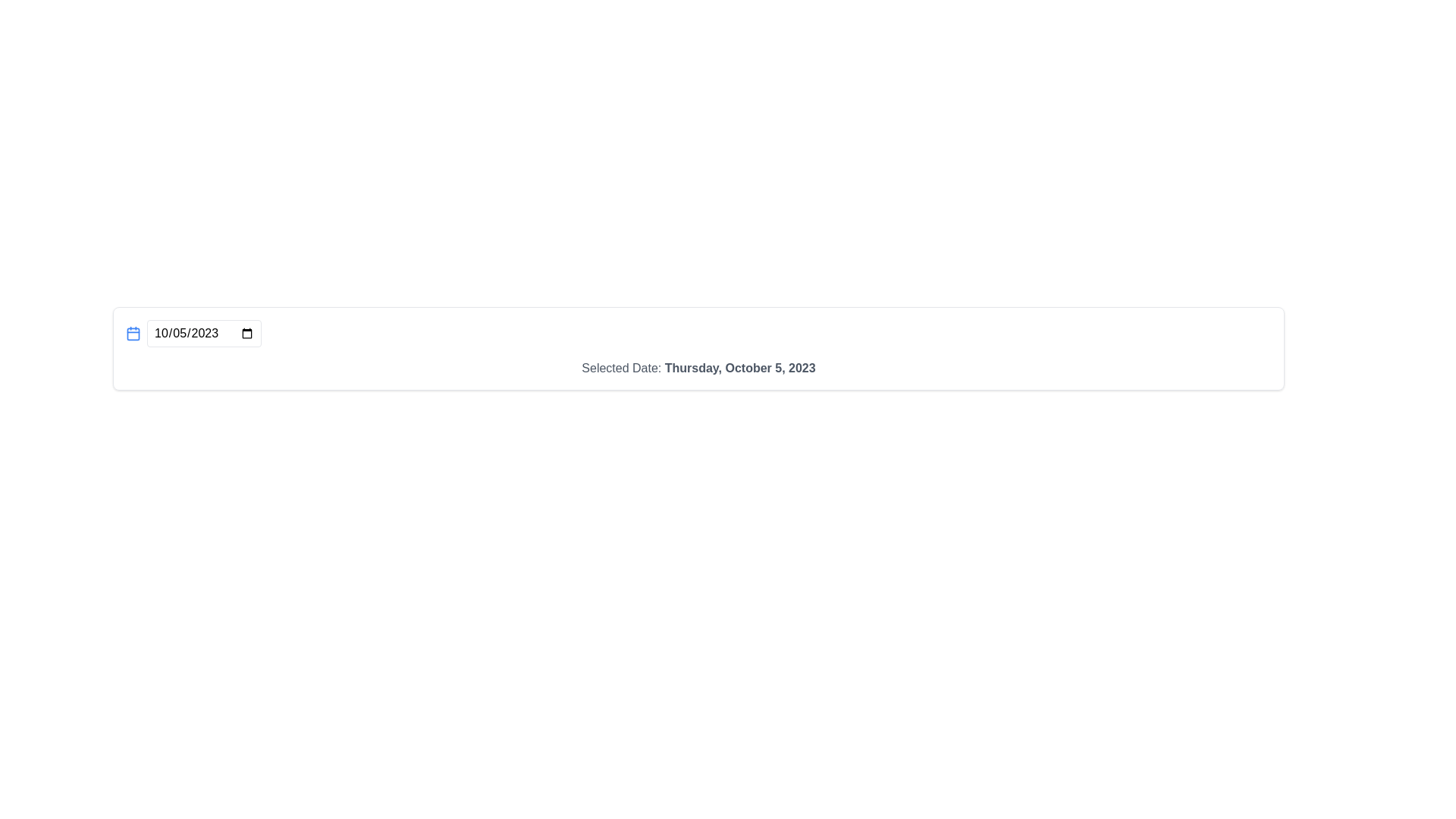 This screenshot has height=819, width=1456. I want to click on the decorative rectangular shape with rounded corners, which is centrally positioned within the blue-stroked calendar icon, located to the left of the date input field, so click(133, 332).